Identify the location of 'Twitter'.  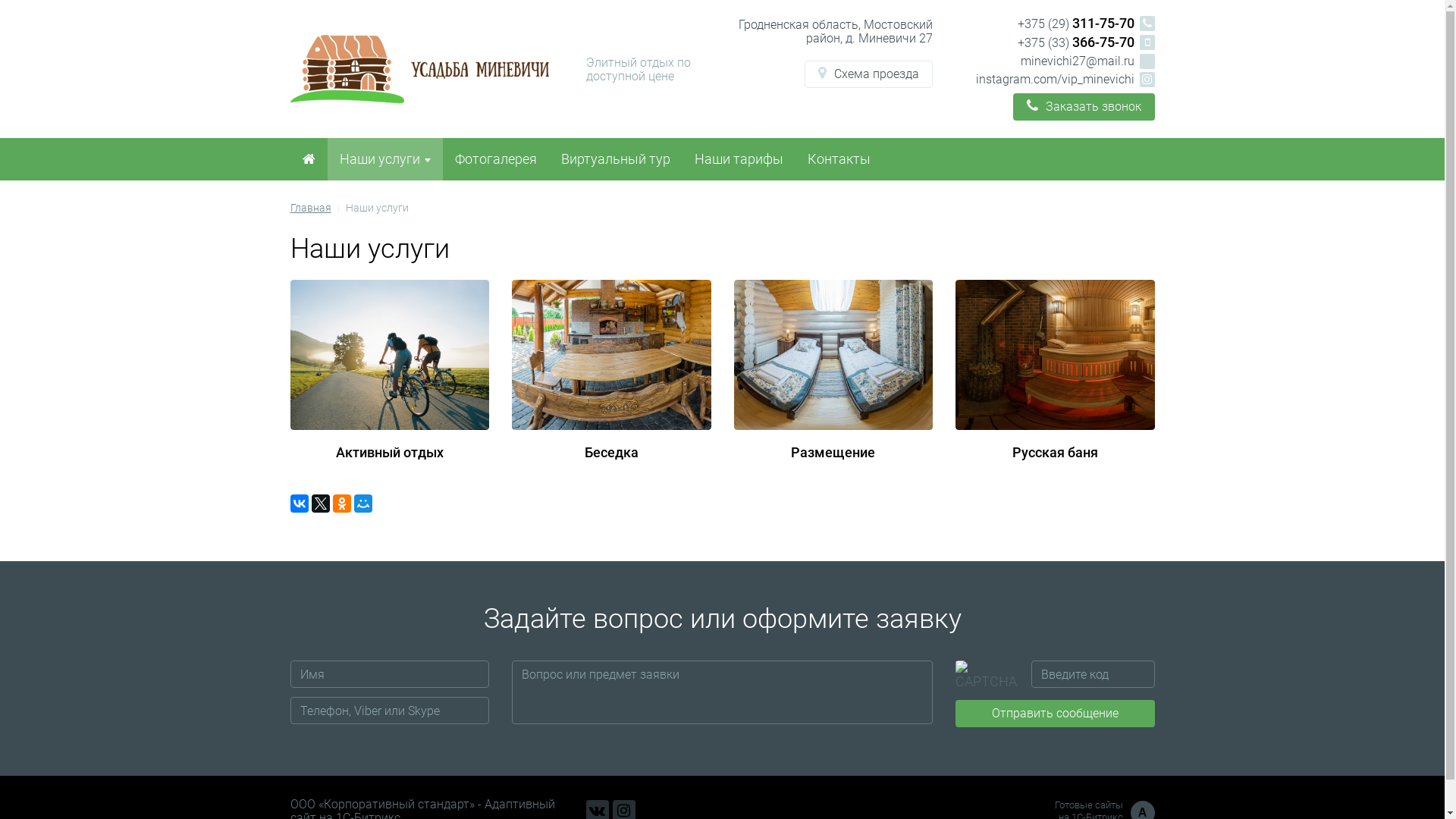
(319, 503).